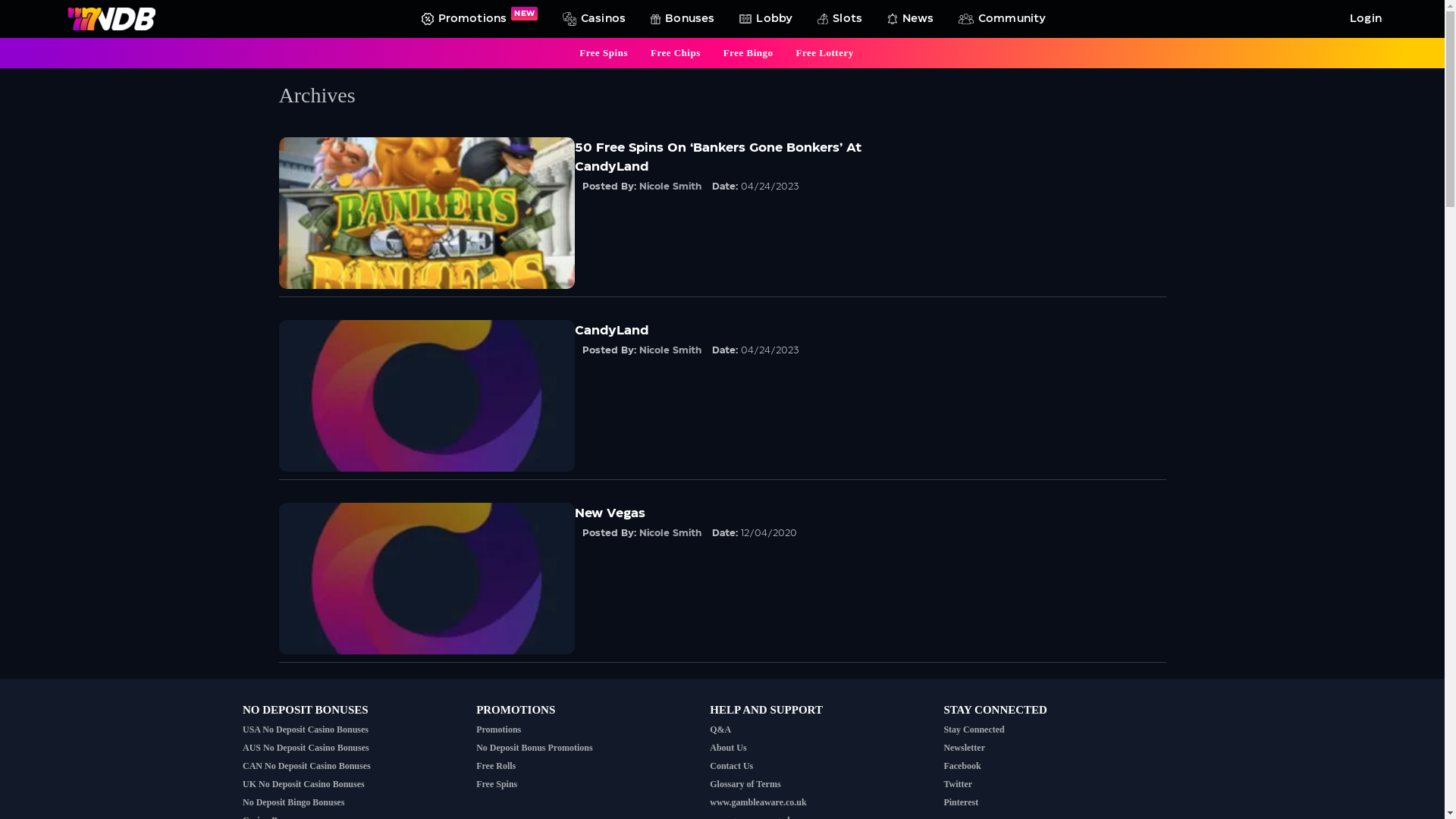 The height and width of the screenshot is (819, 1456). Describe the element at coordinates (610, 513) in the screenshot. I see `'New Vegas'` at that location.